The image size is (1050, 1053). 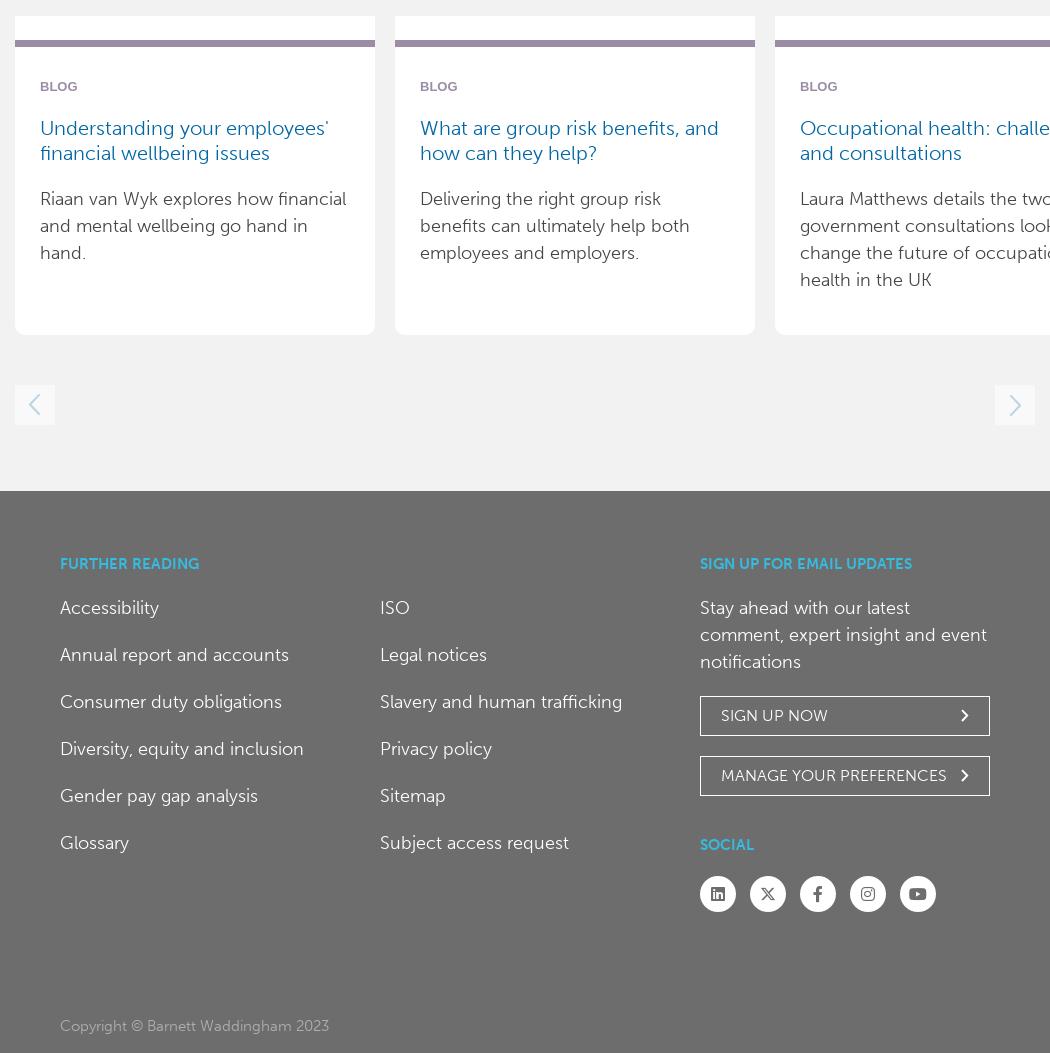 What do you see at coordinates (379, 747) in the screenshot?
I see `'Privacy policy'` at bounding box center [379, 747].